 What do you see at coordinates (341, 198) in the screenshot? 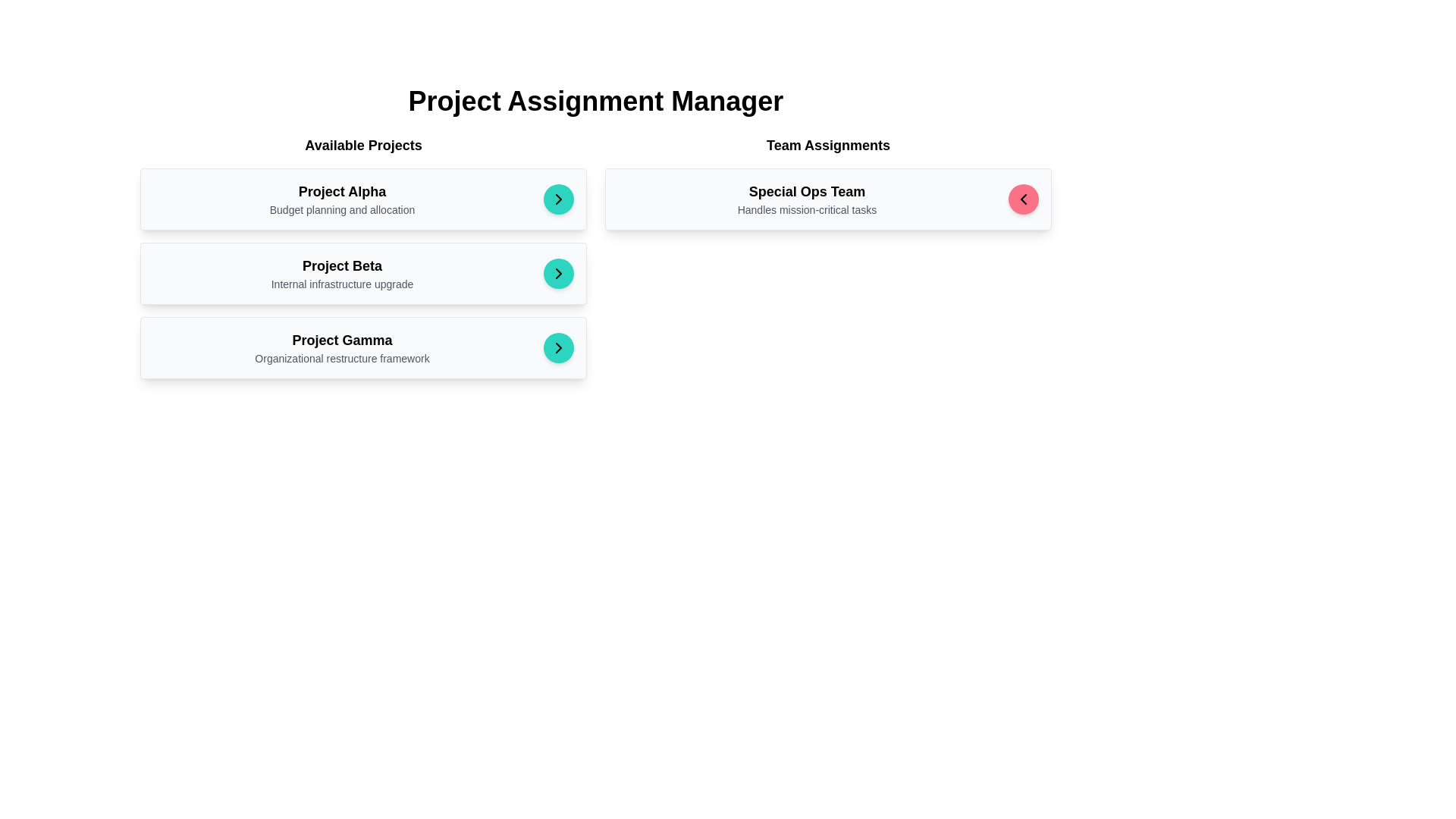
I see `the 'Project Alpha' text label cluster, which is the first element under the 'Available Projects' section, featuring a bold title and a description below it` at bounding box center [341, 198].